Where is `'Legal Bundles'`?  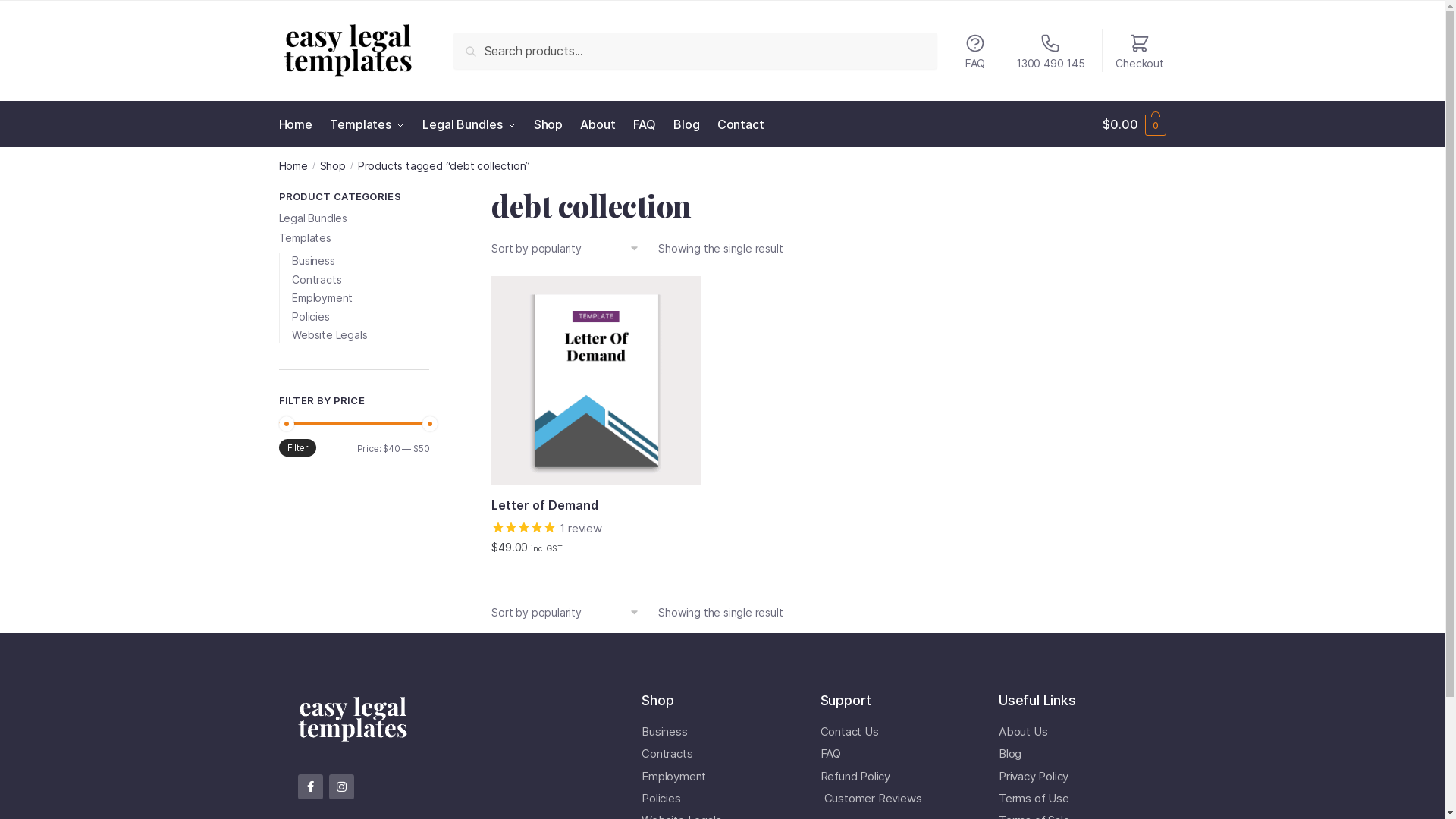
'Legal Bundles' is located at coordinates (312, 218).